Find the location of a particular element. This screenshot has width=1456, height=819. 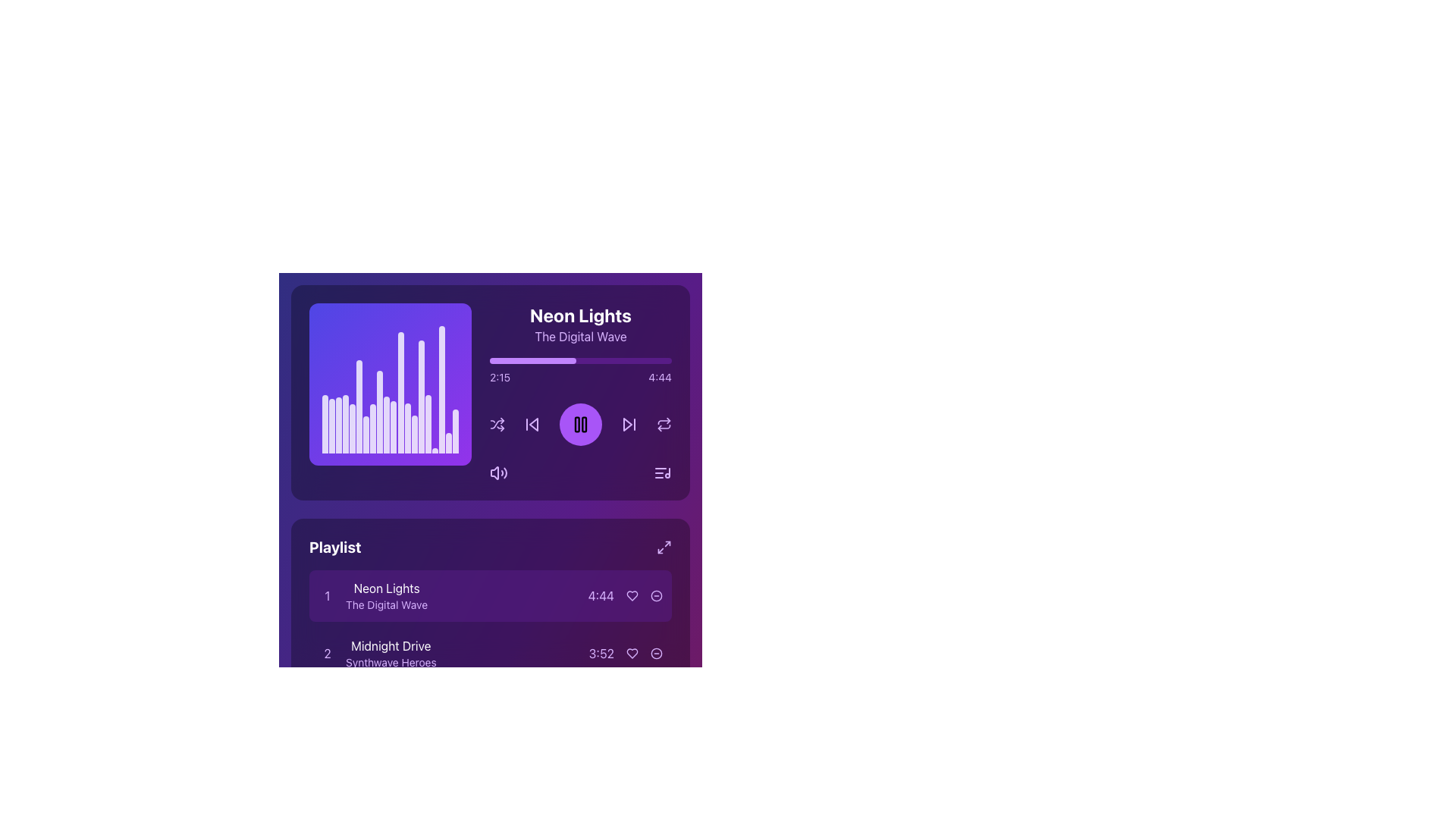

the ninth vertical bar in the audio visualization area, which represents audio level dynamics is located at coordinates (380, 412).